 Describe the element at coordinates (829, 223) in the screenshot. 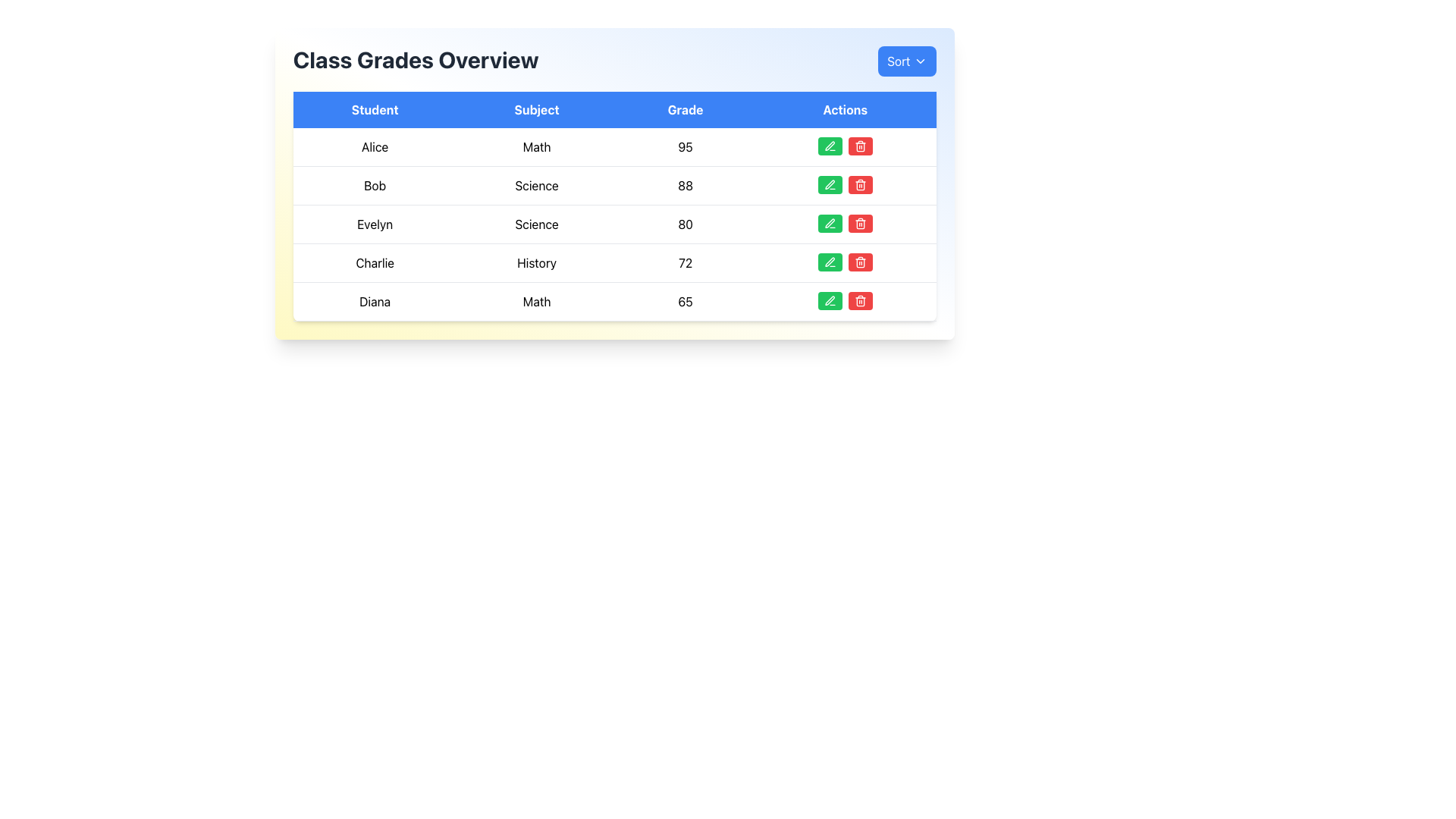

I see `the edit icon (pen/pencil) within the green button in the 'Actions' column of the table for student Evelyn, located in the third row` at that location.